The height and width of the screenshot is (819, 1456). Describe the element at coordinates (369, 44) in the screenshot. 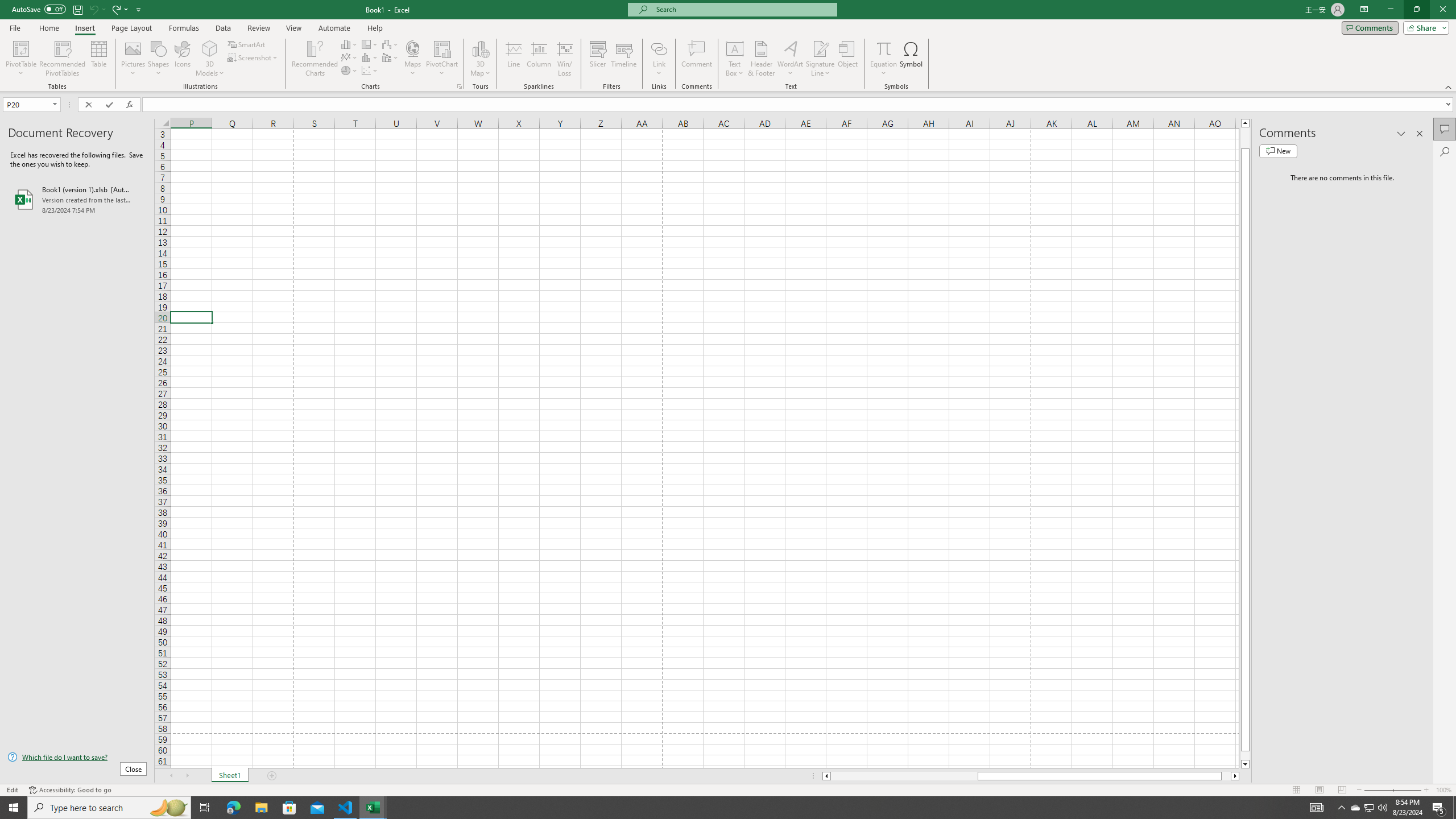

I see `'Insert Hierarchy Chart'` at that location.